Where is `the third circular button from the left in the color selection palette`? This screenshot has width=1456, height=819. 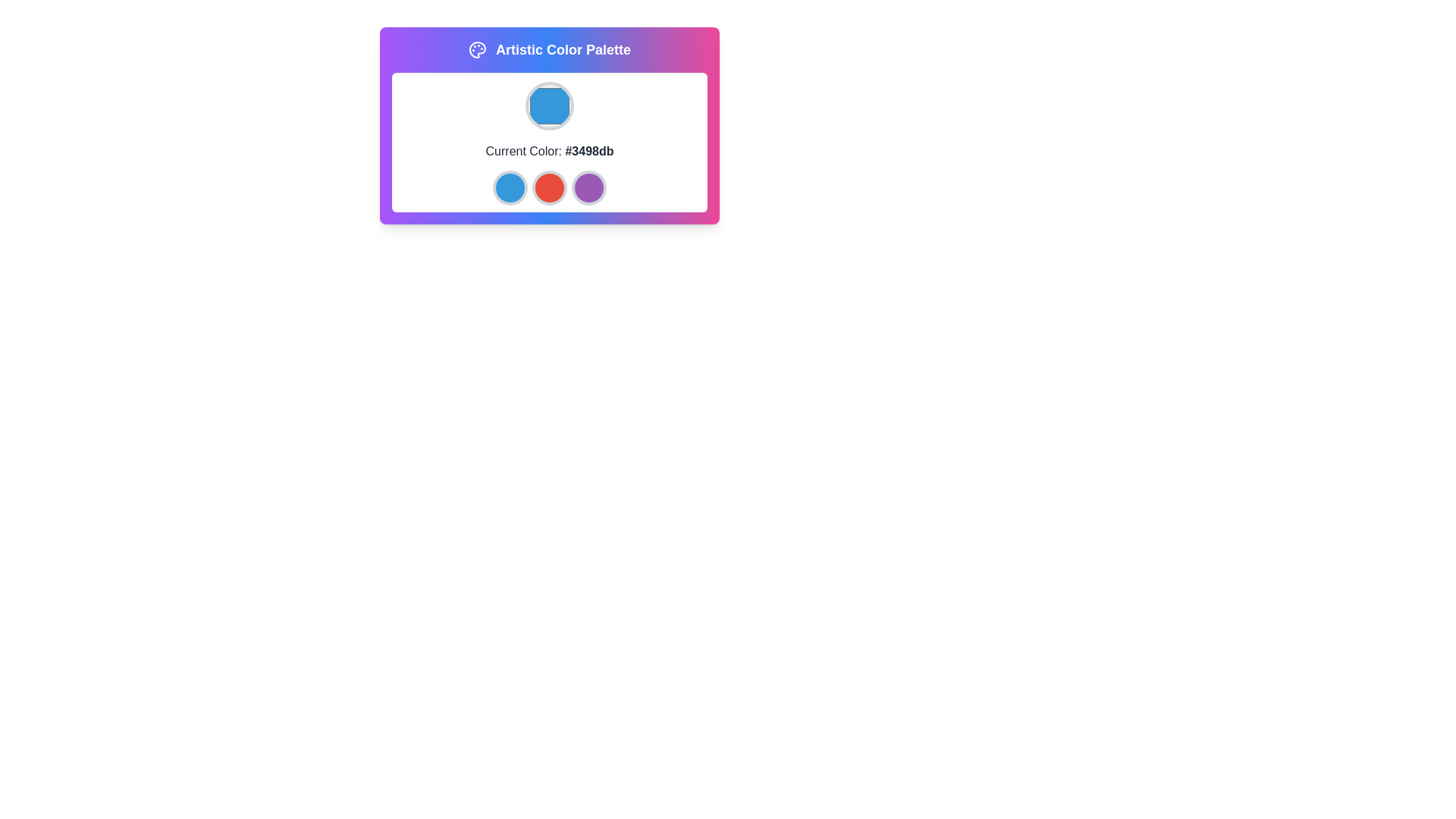
the third circular button from the left in the color selection palette is located at coordinates (588, 187).